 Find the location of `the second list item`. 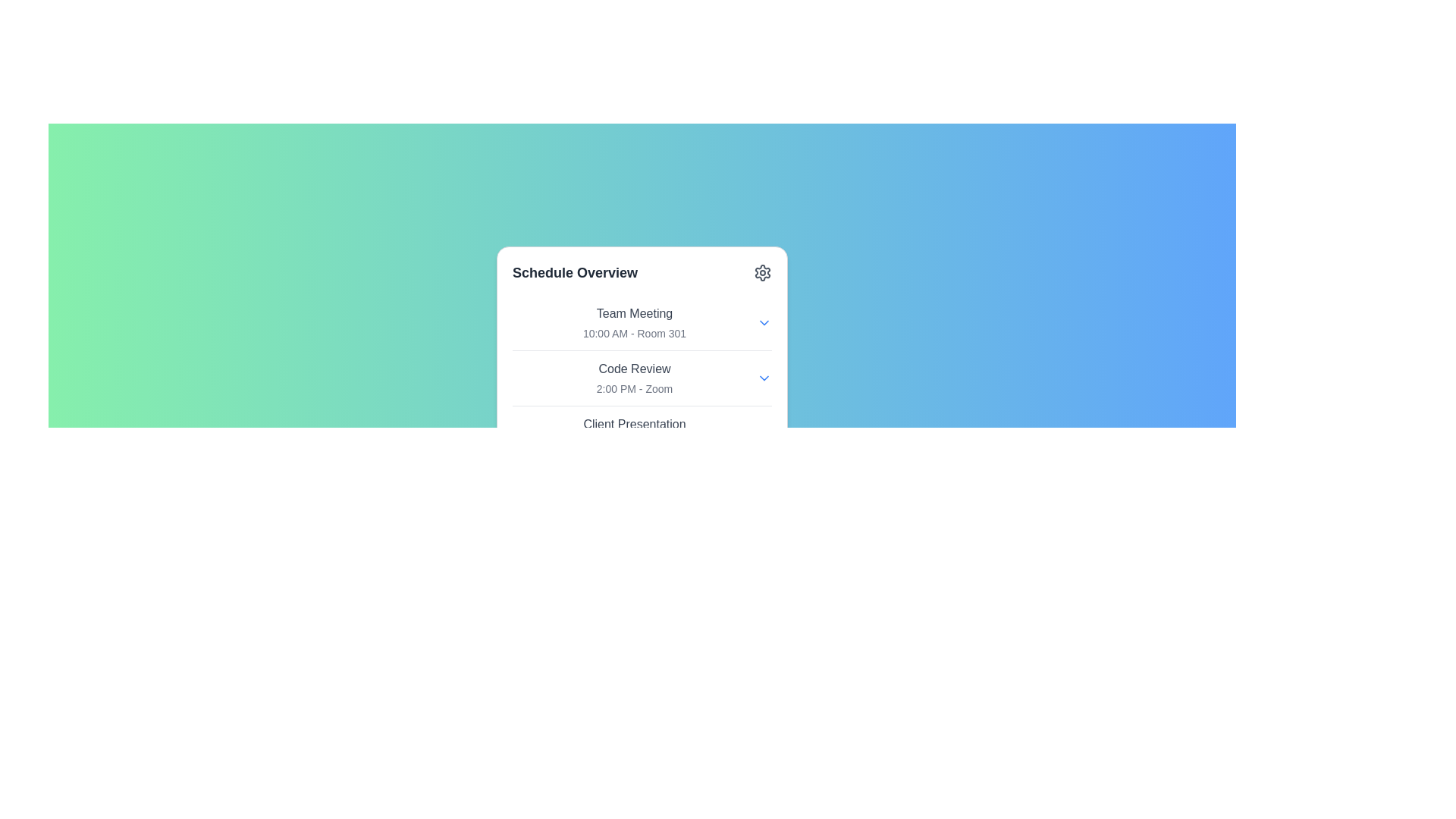

the second list item is located at coordinates (642, 376).